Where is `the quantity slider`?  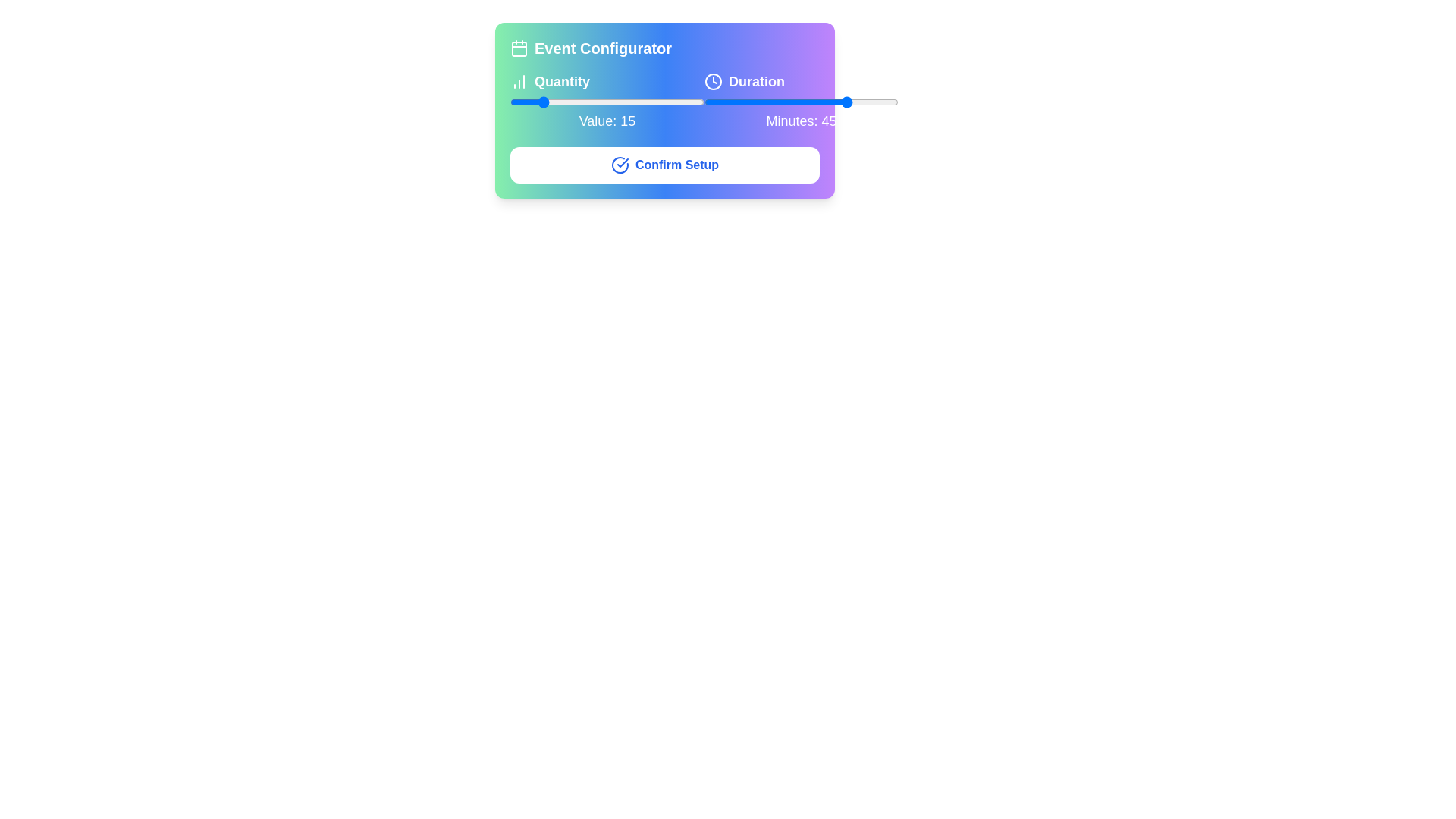 the quantity slider is located at coordinates (519, 102).